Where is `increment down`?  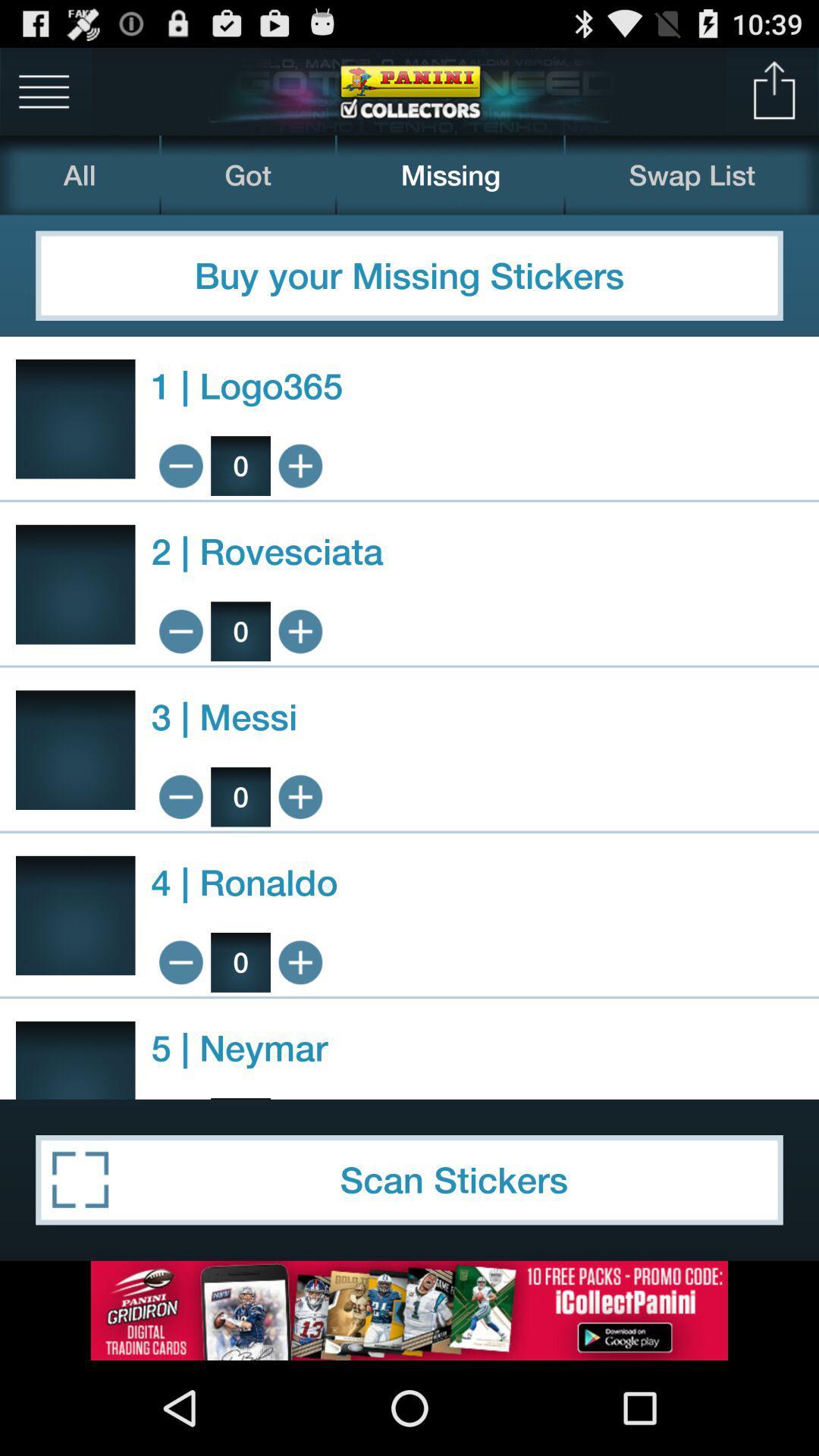
increment down is located at coordinates (180, 962).